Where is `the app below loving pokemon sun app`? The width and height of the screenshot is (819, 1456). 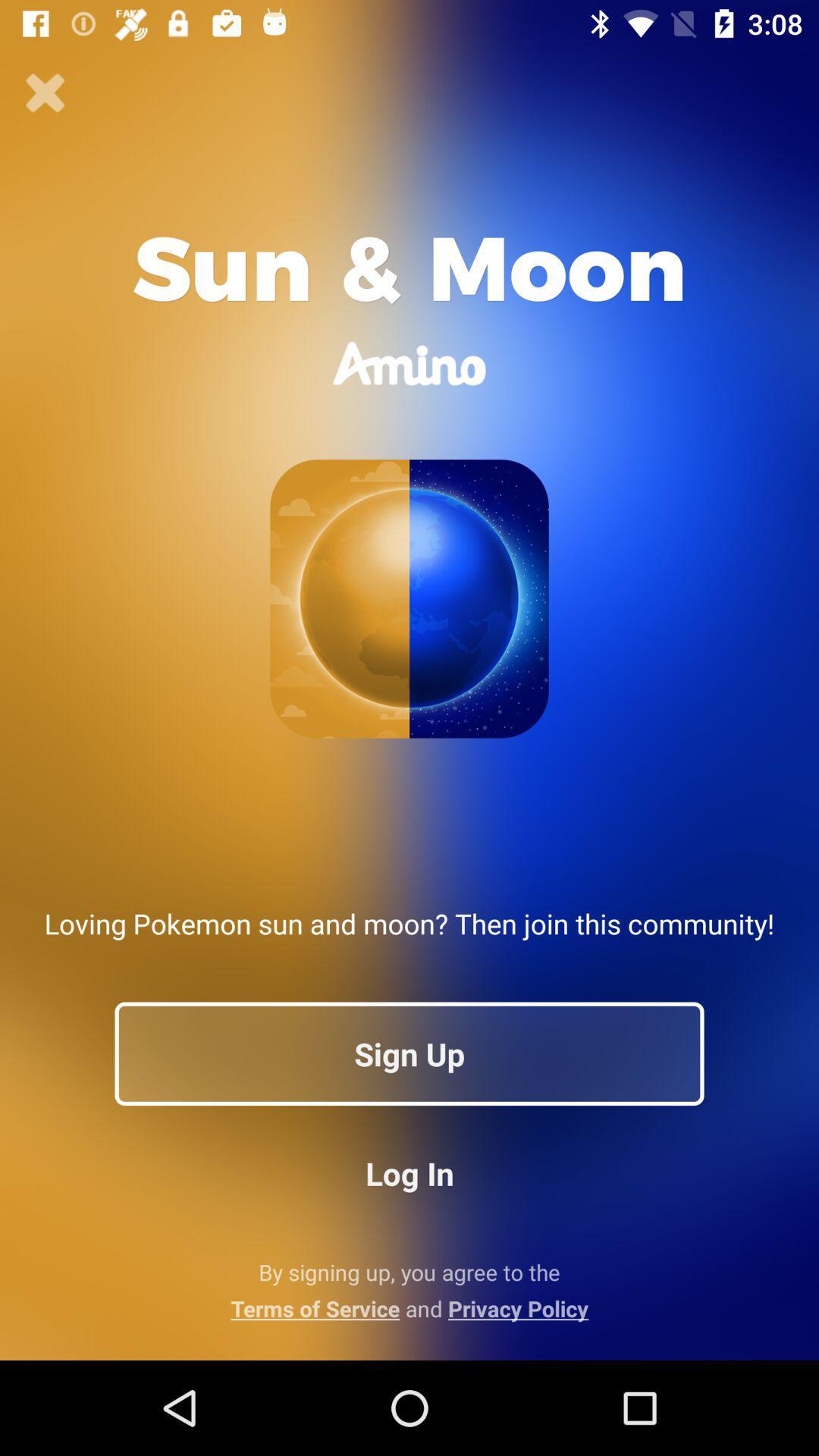
the app below loving pokemon sun app is located at coordinates (409, 1053).